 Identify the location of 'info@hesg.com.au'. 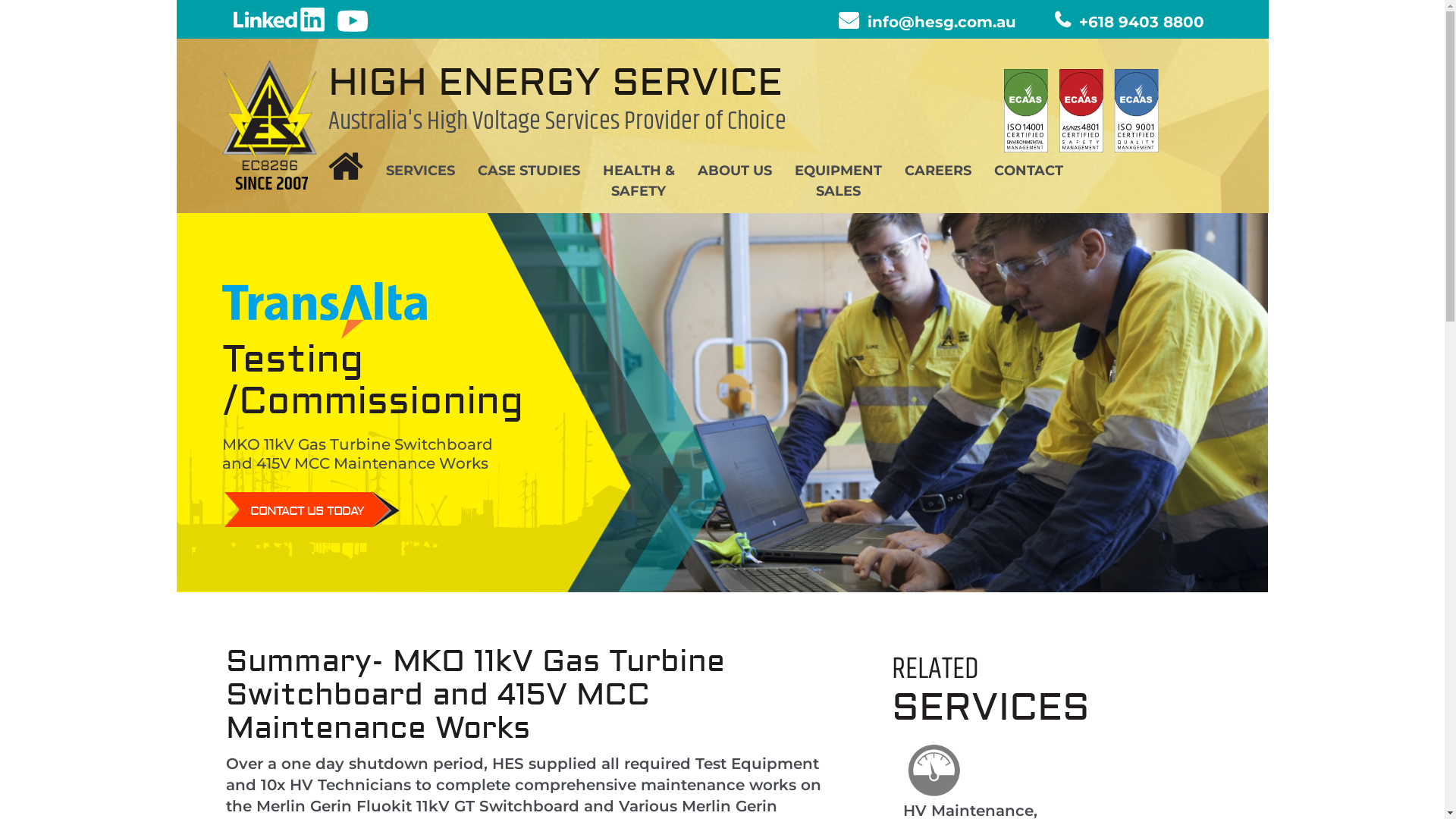
(927, 22).